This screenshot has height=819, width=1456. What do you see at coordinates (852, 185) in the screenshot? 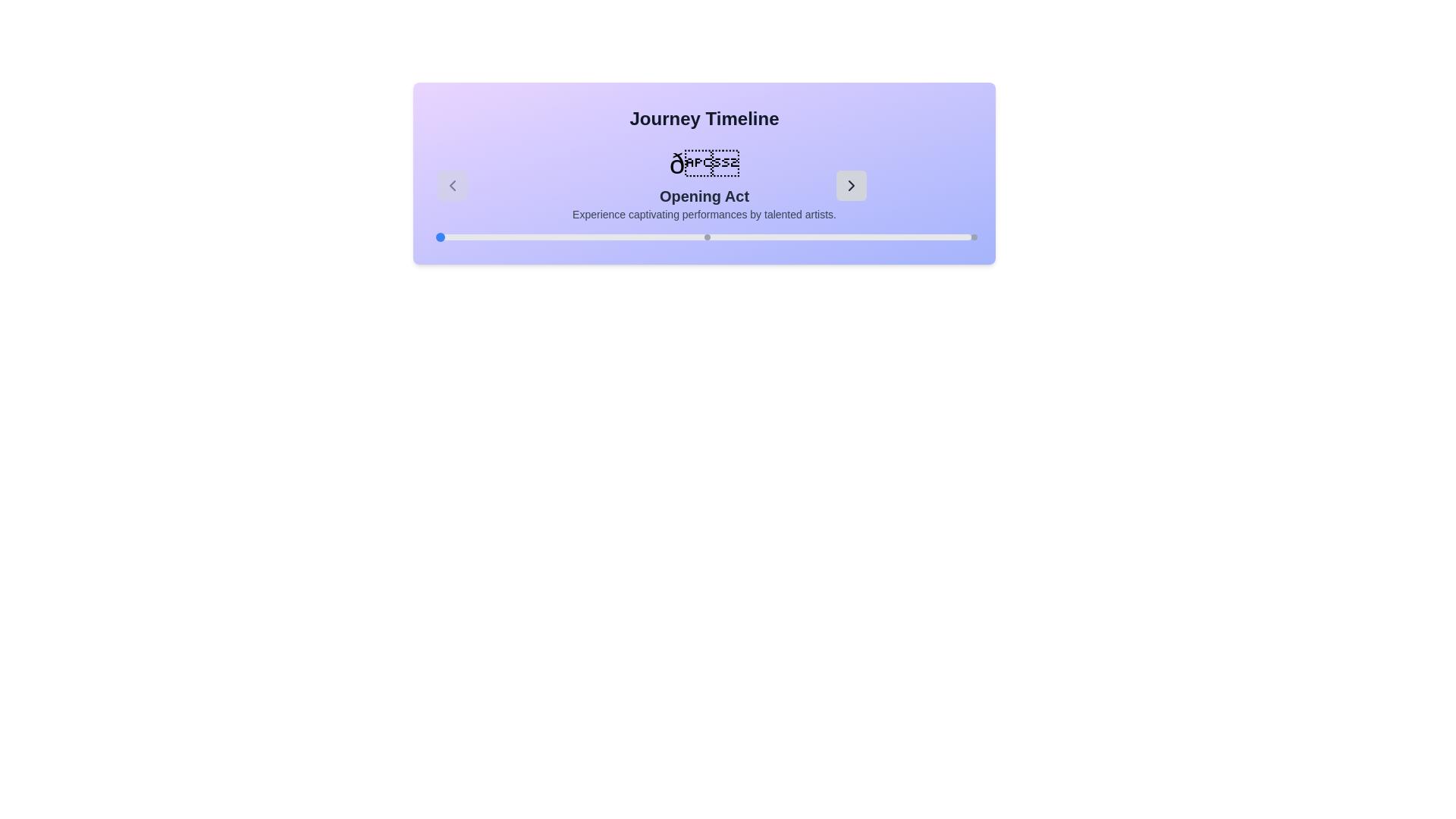
I see `the button located at the right end of the 'Journey Timeline' interface` at bounding box center [852, 185].